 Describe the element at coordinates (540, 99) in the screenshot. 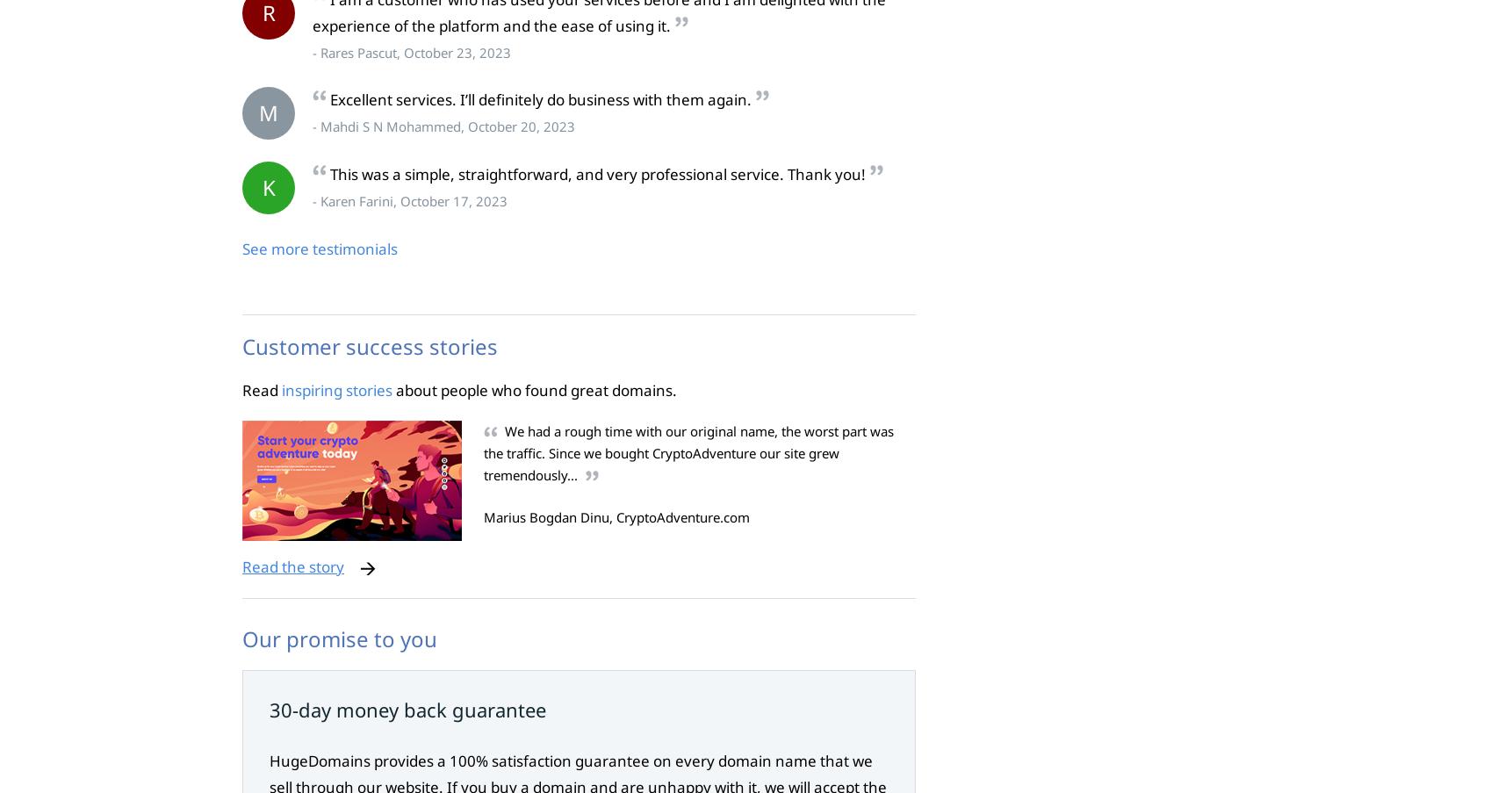

I see `'Excellent services. I’ll definitely do business with them again.'` at that location.